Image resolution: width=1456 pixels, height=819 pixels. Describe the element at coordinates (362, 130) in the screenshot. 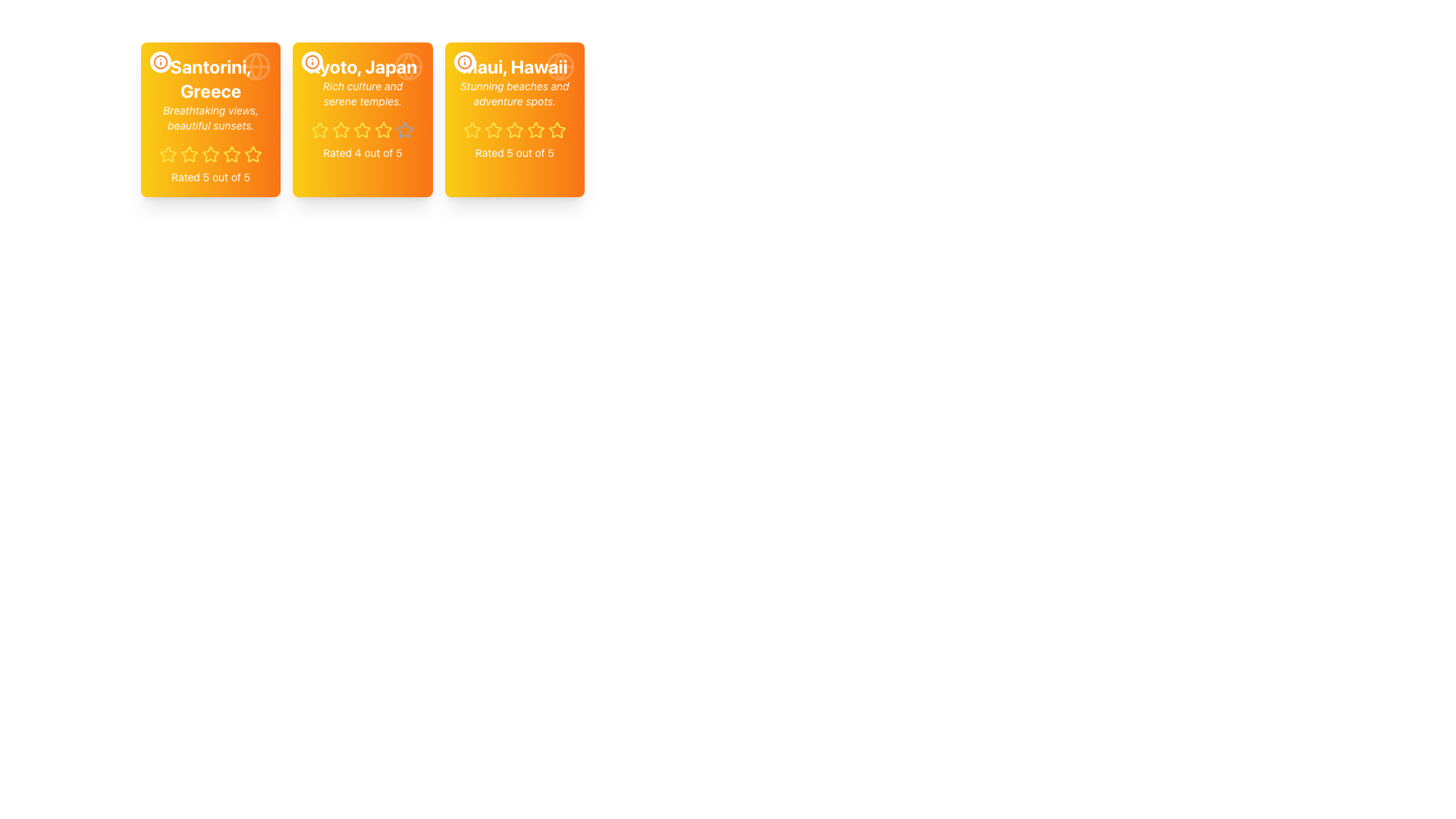

I see `a star icon in the rating indicator to set a rating for the item described in the card labeled 'Kyoto, Japan'` at that location.